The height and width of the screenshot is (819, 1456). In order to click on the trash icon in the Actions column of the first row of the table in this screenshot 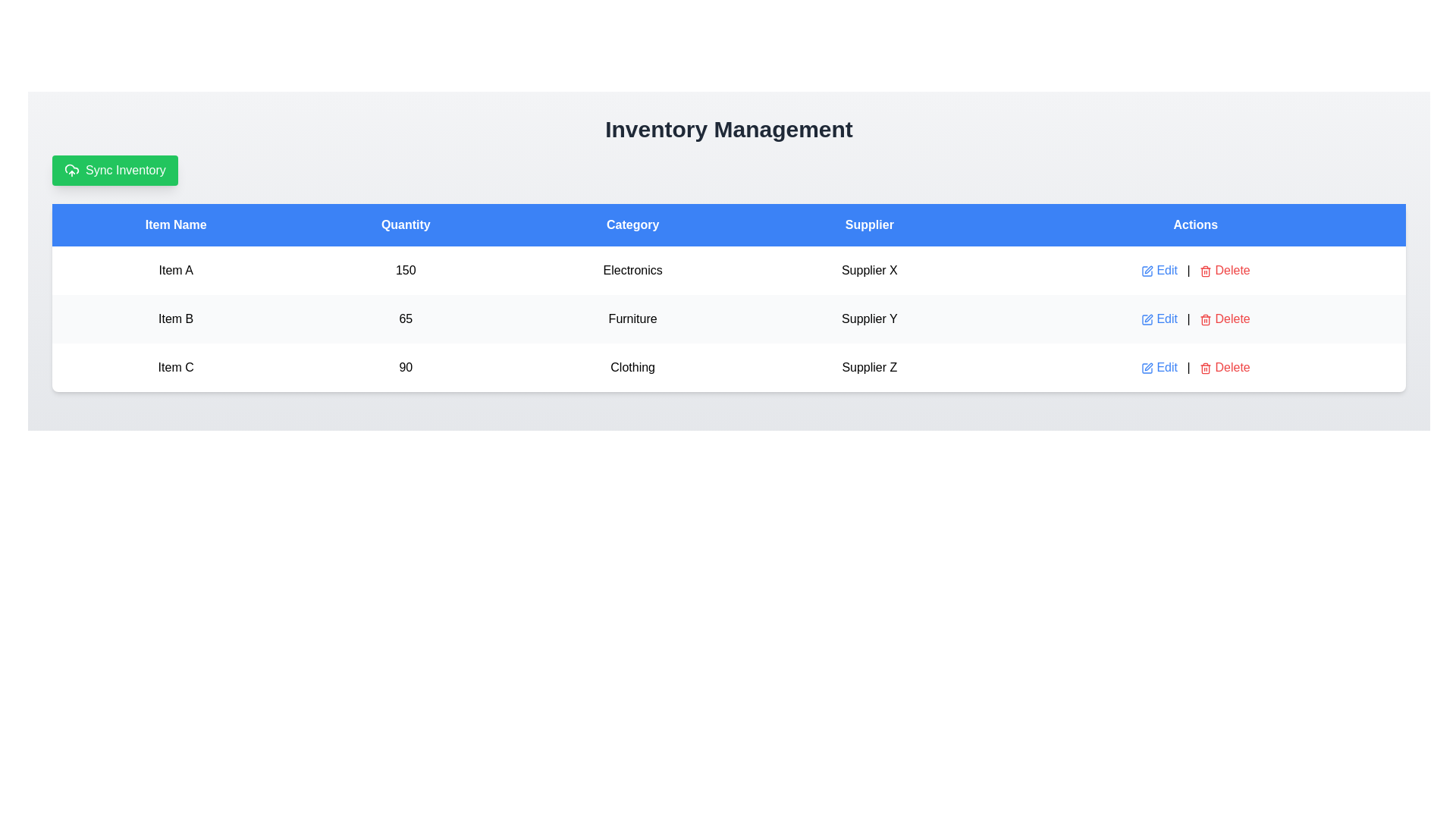, I will do `click(1225, 270)`.